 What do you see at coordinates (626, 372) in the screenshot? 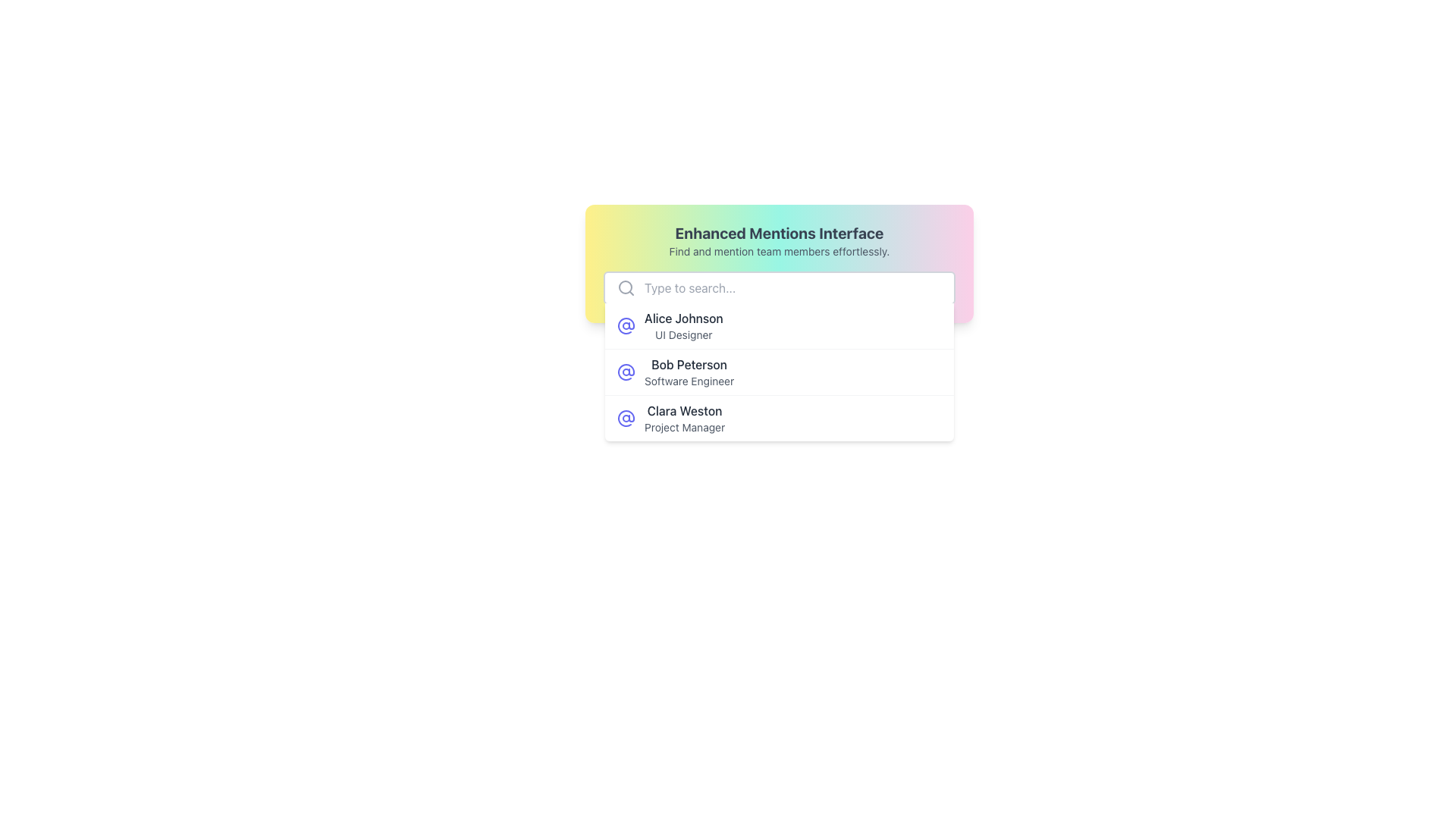
I see `the circular blue '@' icon located in the second entry of the list next to 'Bob Peterson Software Engineer'` at bounding box center [626, 372].